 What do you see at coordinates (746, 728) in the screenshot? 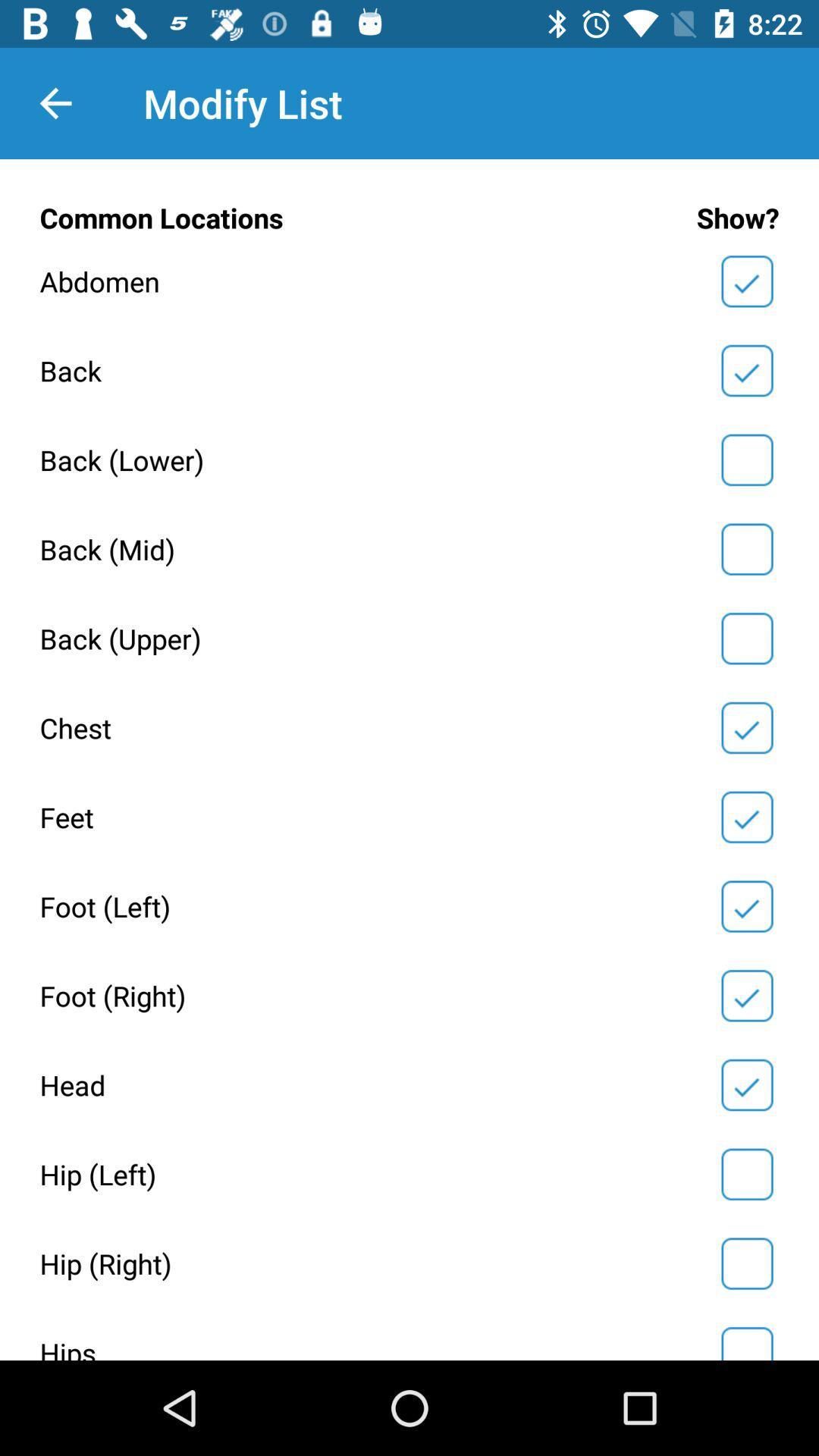
I see `select/deselect` at bounding box center [746, 728].